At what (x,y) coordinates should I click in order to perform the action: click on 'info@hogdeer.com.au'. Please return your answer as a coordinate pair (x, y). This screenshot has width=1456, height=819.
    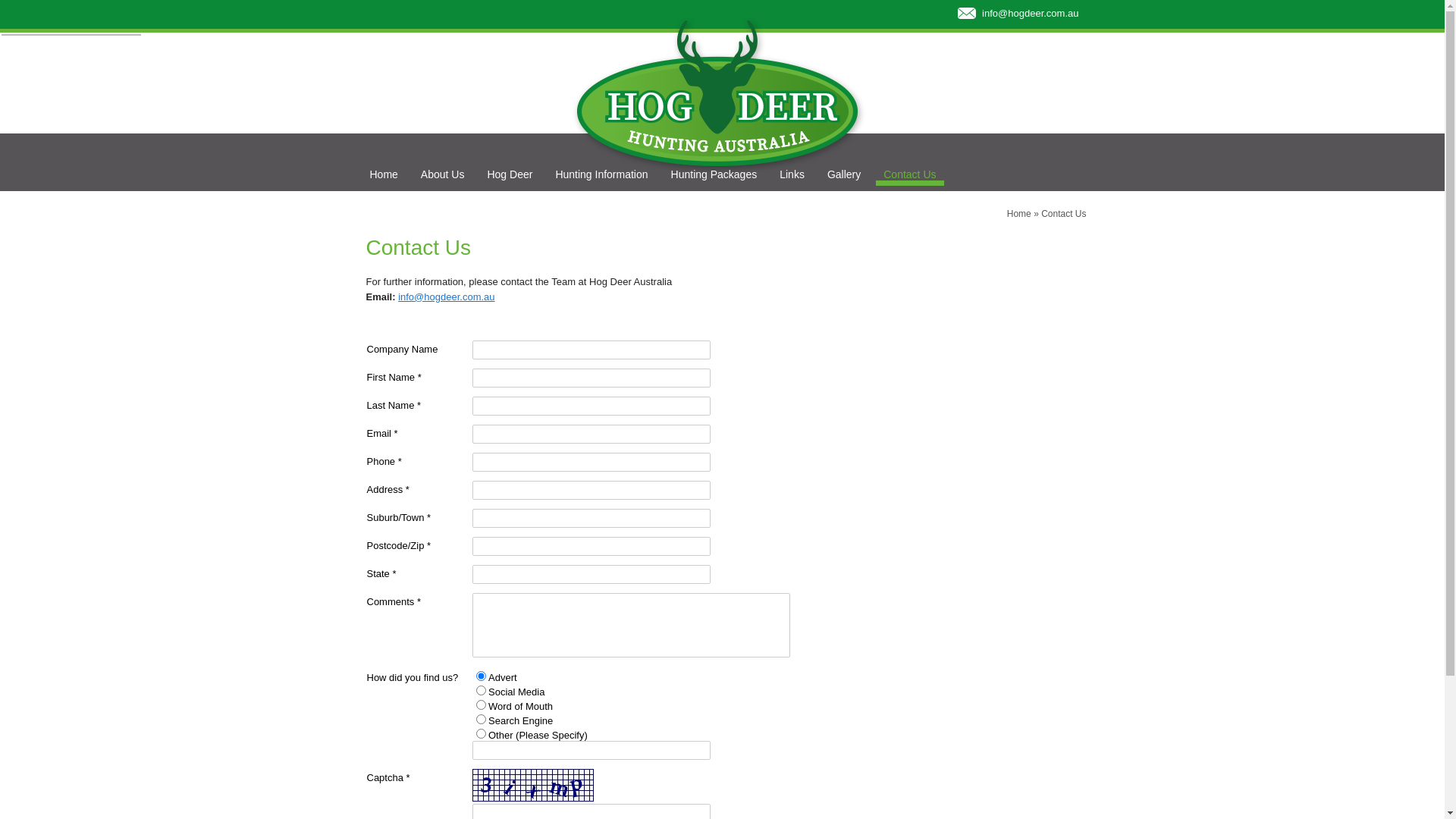
    Looking at the image, I should click on (445, 297).